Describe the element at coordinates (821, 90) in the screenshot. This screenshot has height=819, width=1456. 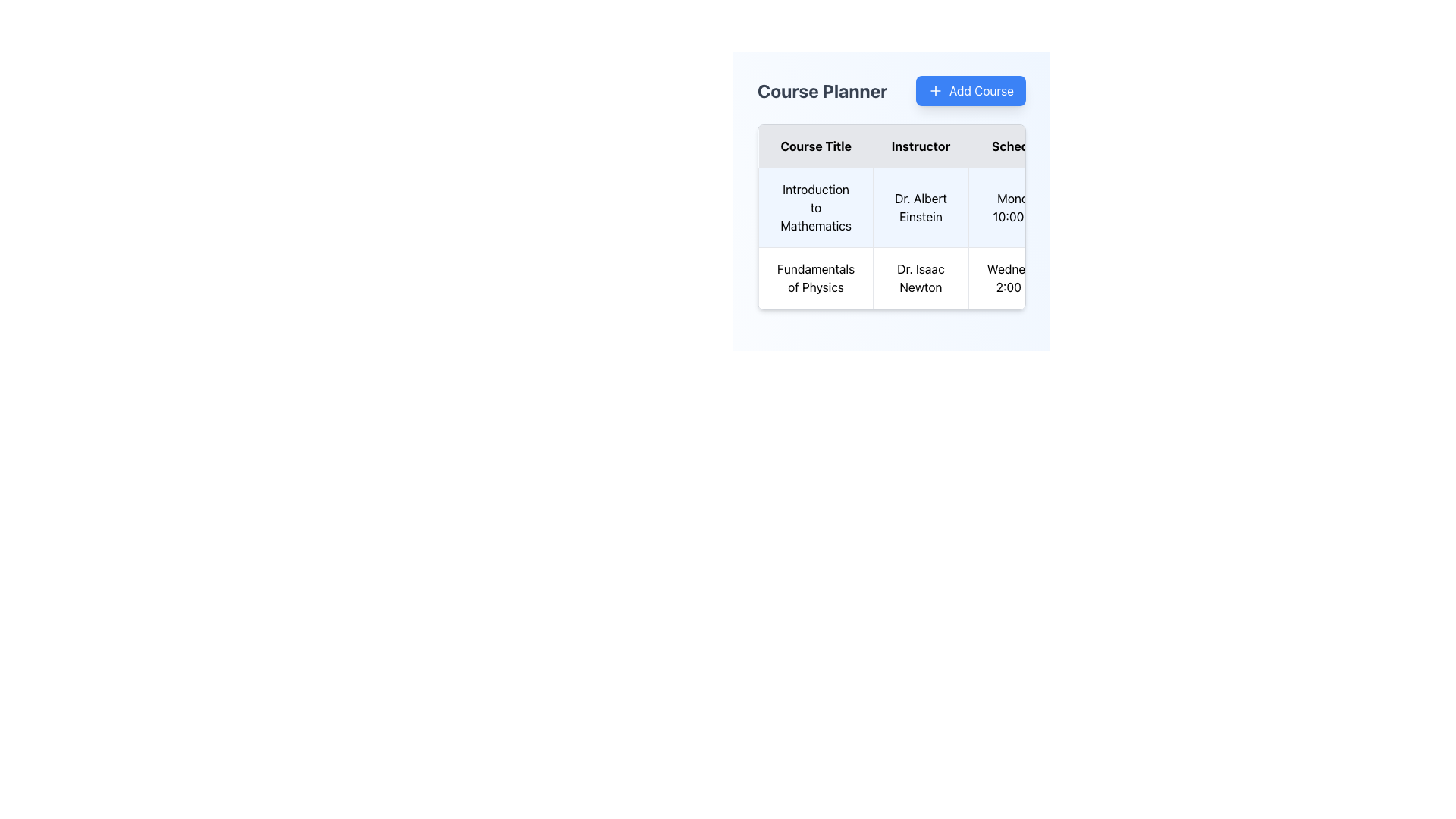
I see `the text label that serves as a heading or title, located immediately to the left of the 'Add Course' button in the upper-left section of the header` at that location.